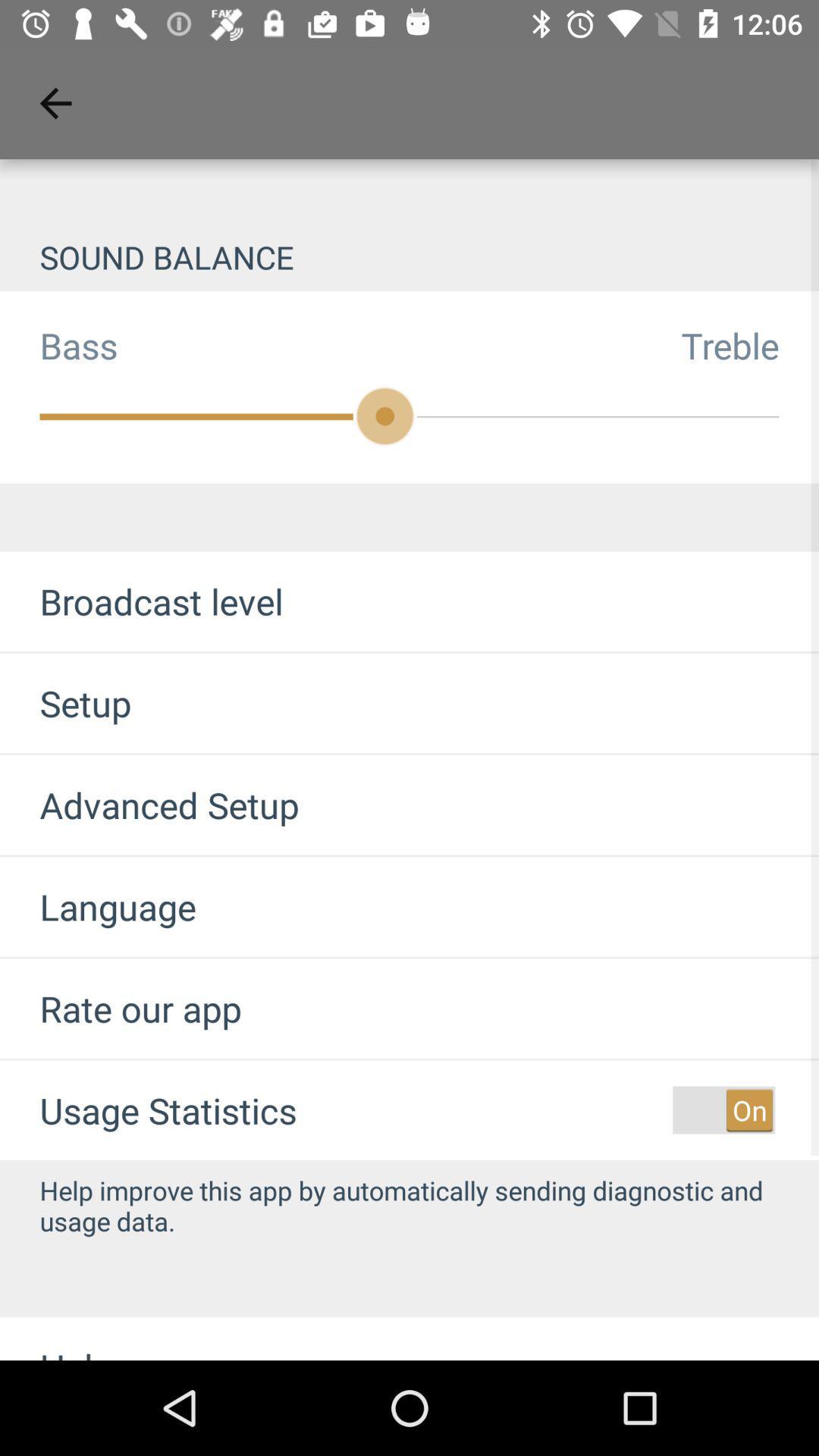  What do you see at coordinates (409, 1204) in the screenshot?
I see `the help improve this item` at bounding box center [409, 1204].